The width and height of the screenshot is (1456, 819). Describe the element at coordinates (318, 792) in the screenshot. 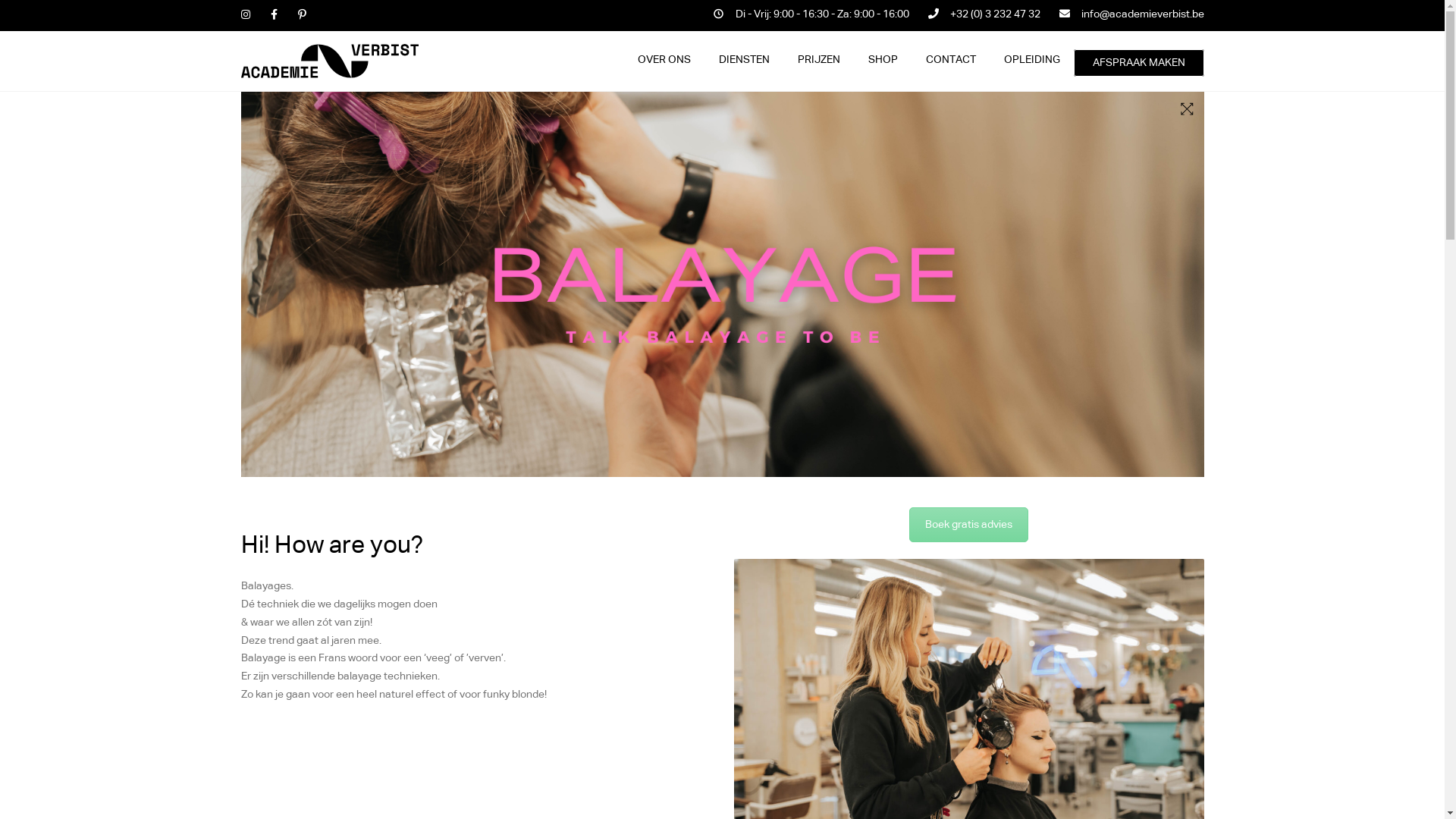

I see `'foonkyfish'` at that location.